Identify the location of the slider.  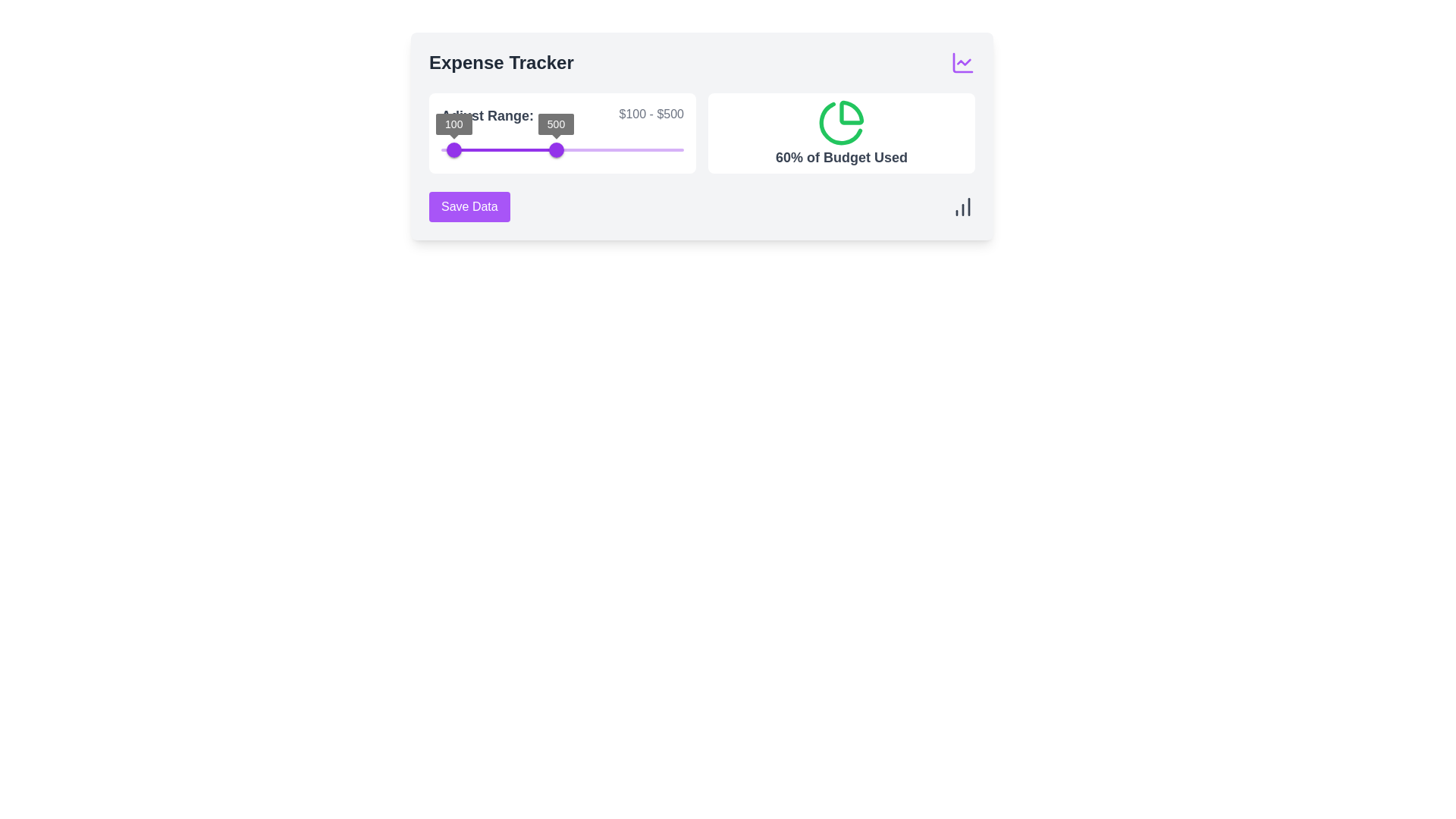
(576, 149).